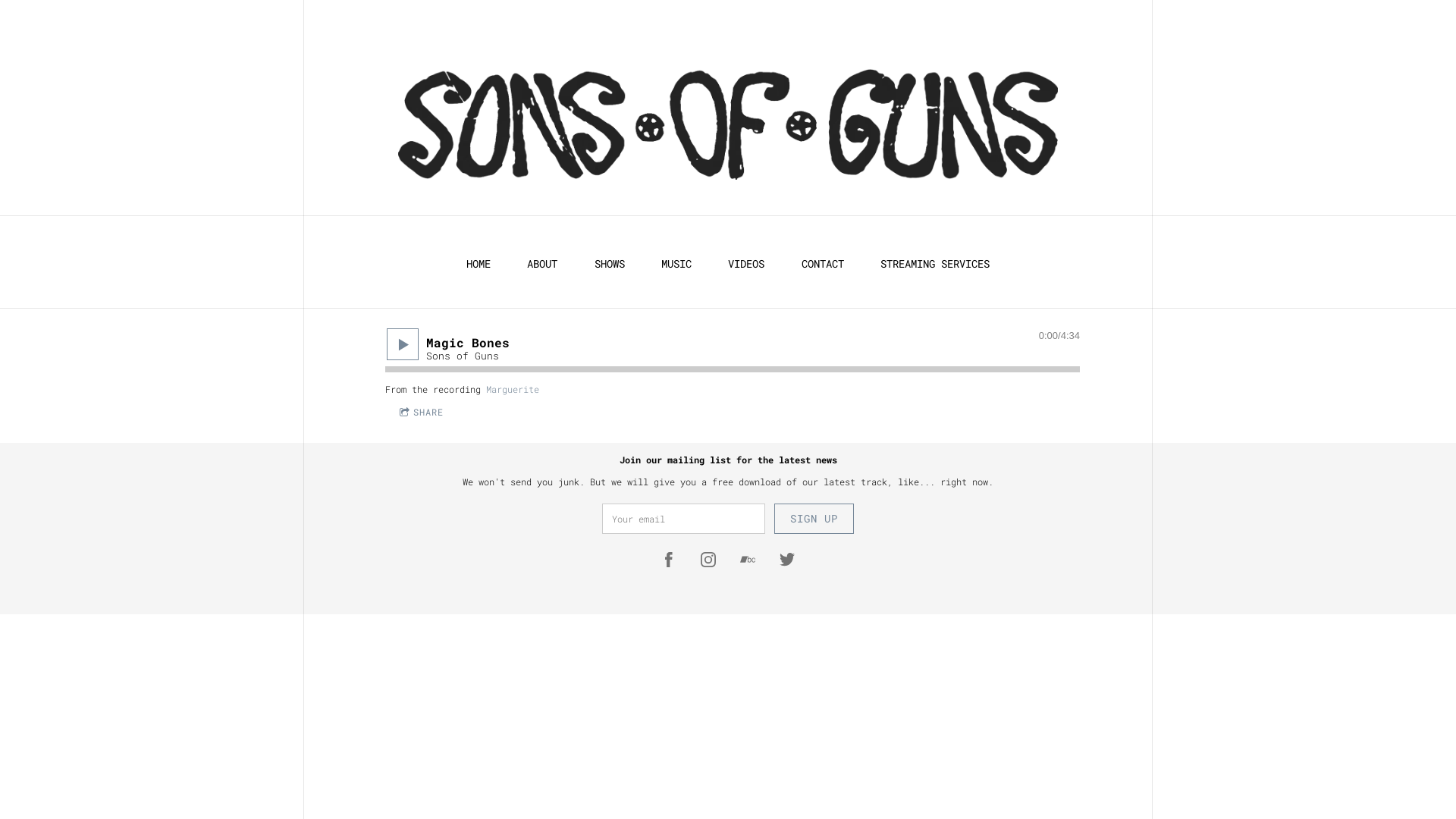 The image size is (1456, 819). I want to click on 'https://instagram.com/sonsofgunsmusic', so click(708, 559).